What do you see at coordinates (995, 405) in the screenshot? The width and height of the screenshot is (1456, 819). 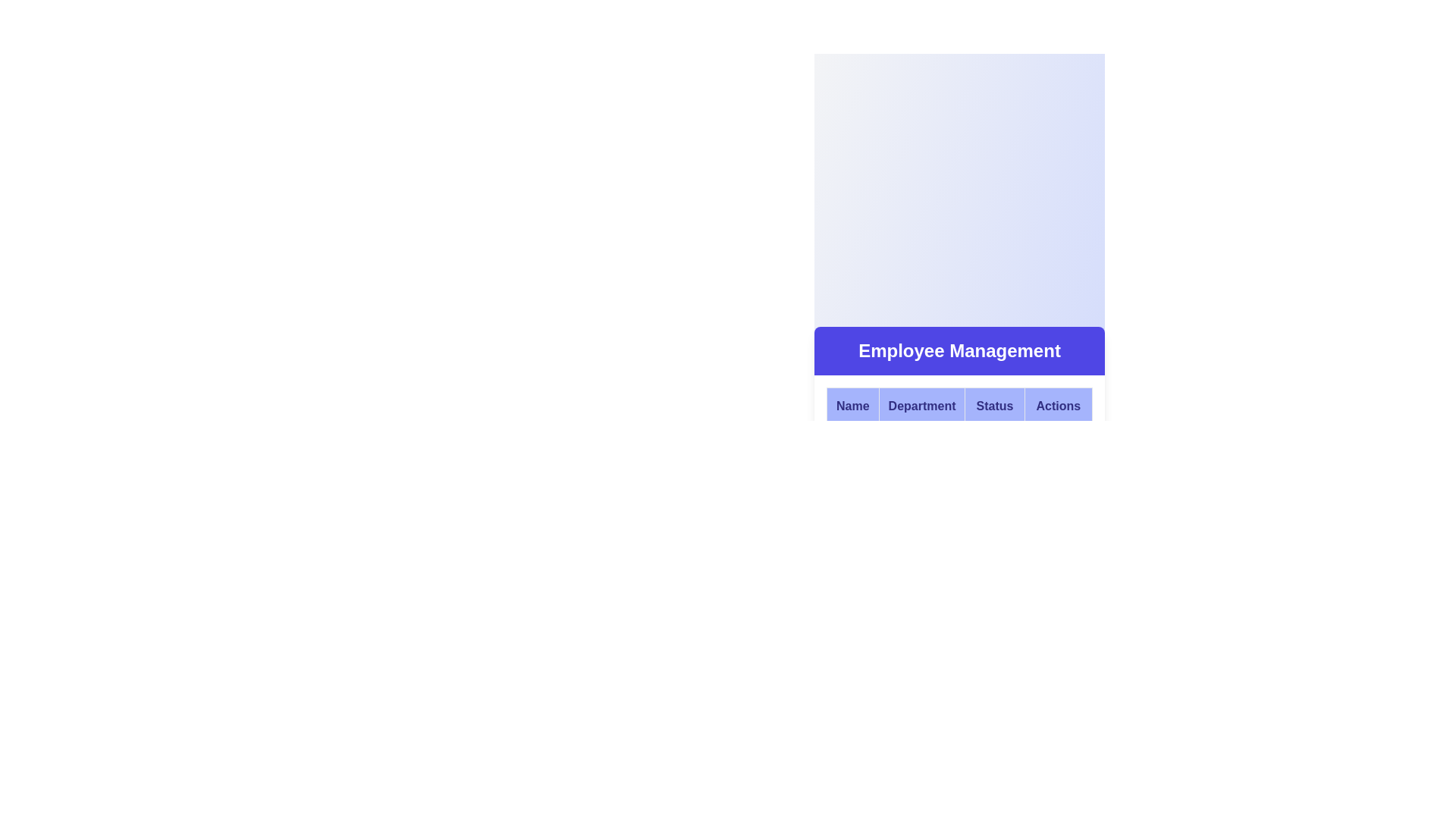 I see `the 'Status' header cell in the Employee Management table, which is the third header in a row of four components` at bounding box center [995, 405].